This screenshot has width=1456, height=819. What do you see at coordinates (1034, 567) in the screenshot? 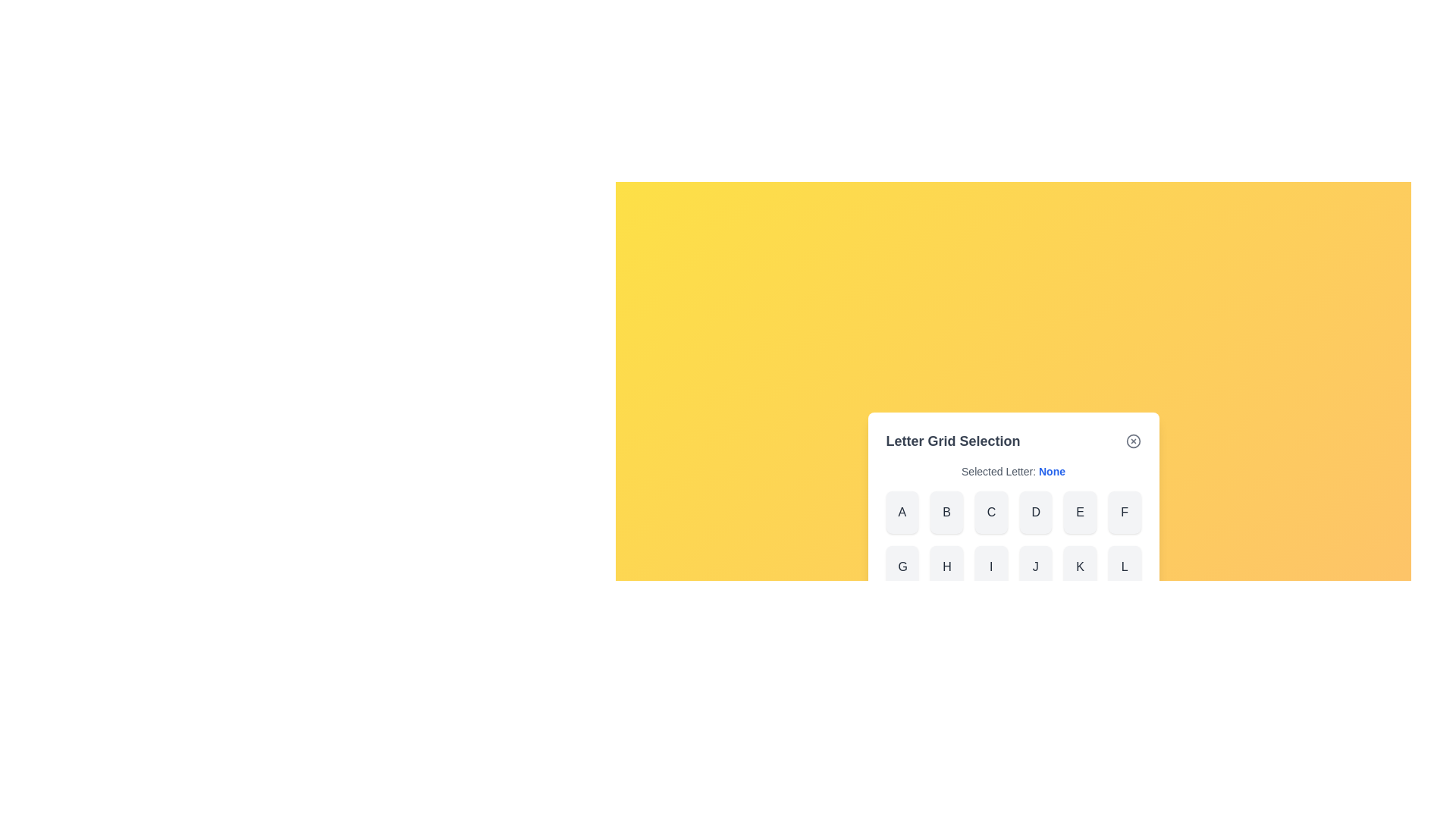
I see `the letter J from the grid` at bounding box center [1034, 567].